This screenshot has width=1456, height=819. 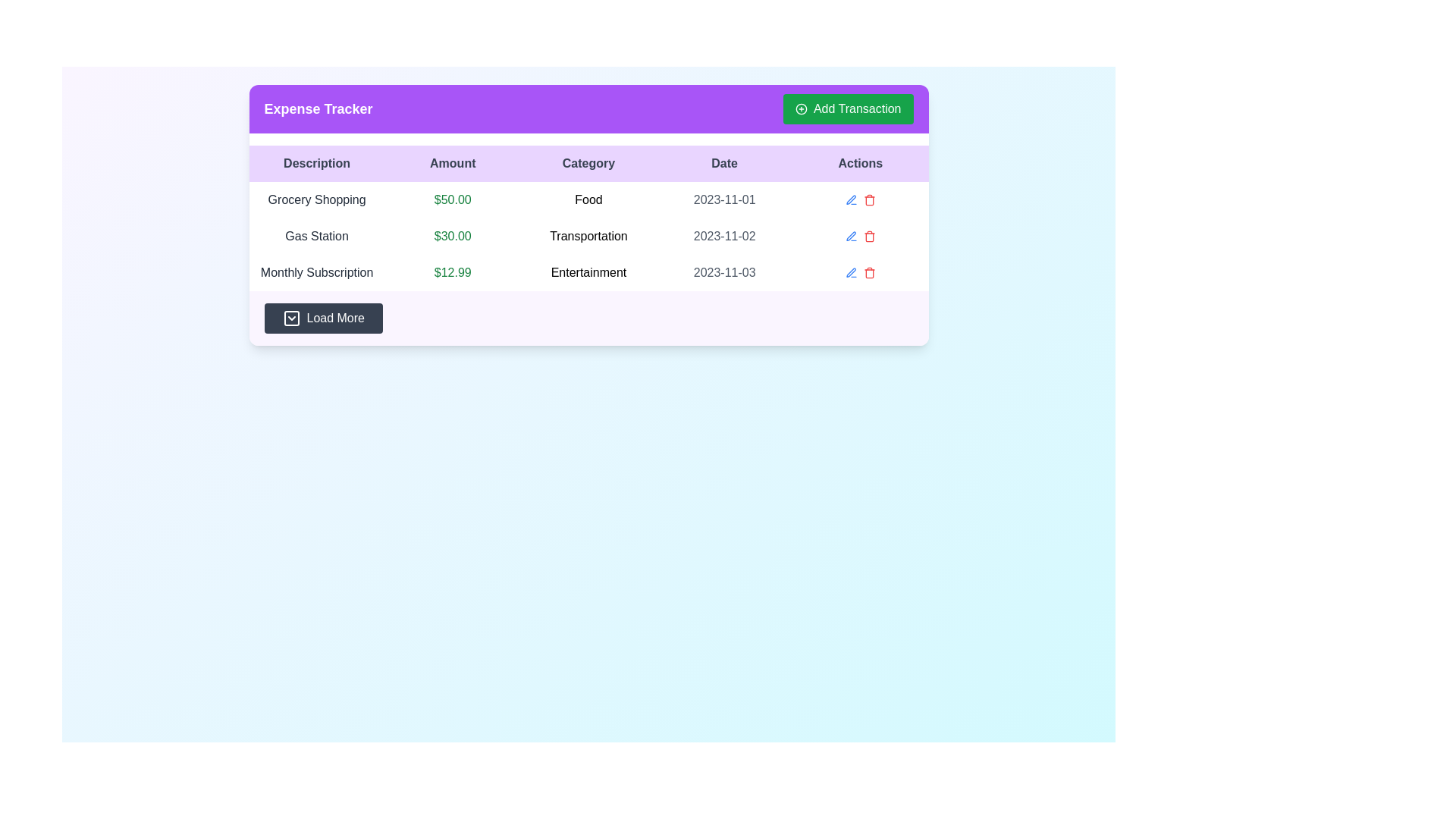 I want to click on the editable action icon resembling a pen or pencil in the 'Actions' column of the second row of the transaction table, which aligns with the 'Transportation' entry, so click(x=851, y=236).